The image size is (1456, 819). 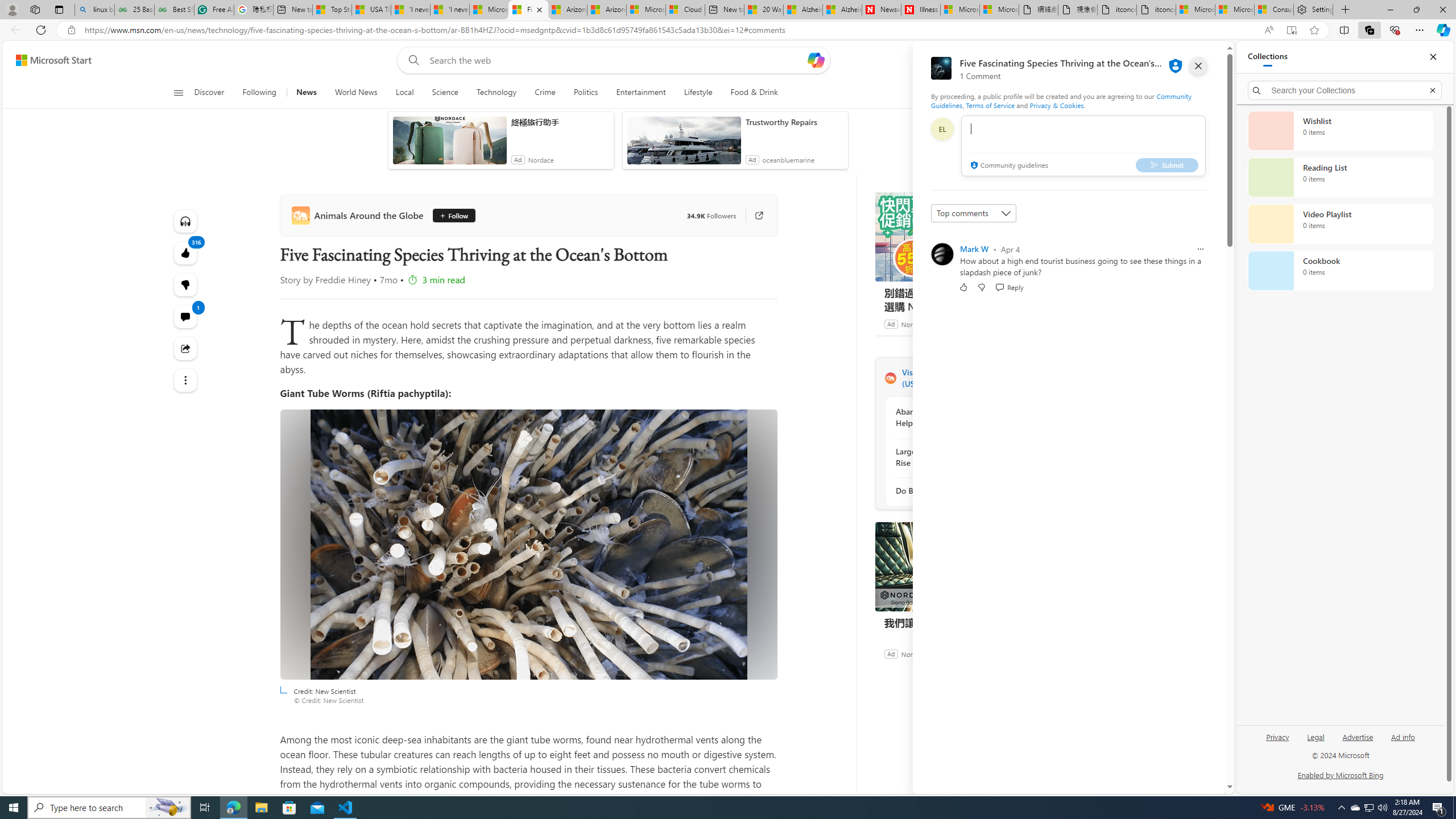 What do you see at coordinates (49, 59) in the screenshot?
I see `'Skip to content'` at bounding box center [49, 59].